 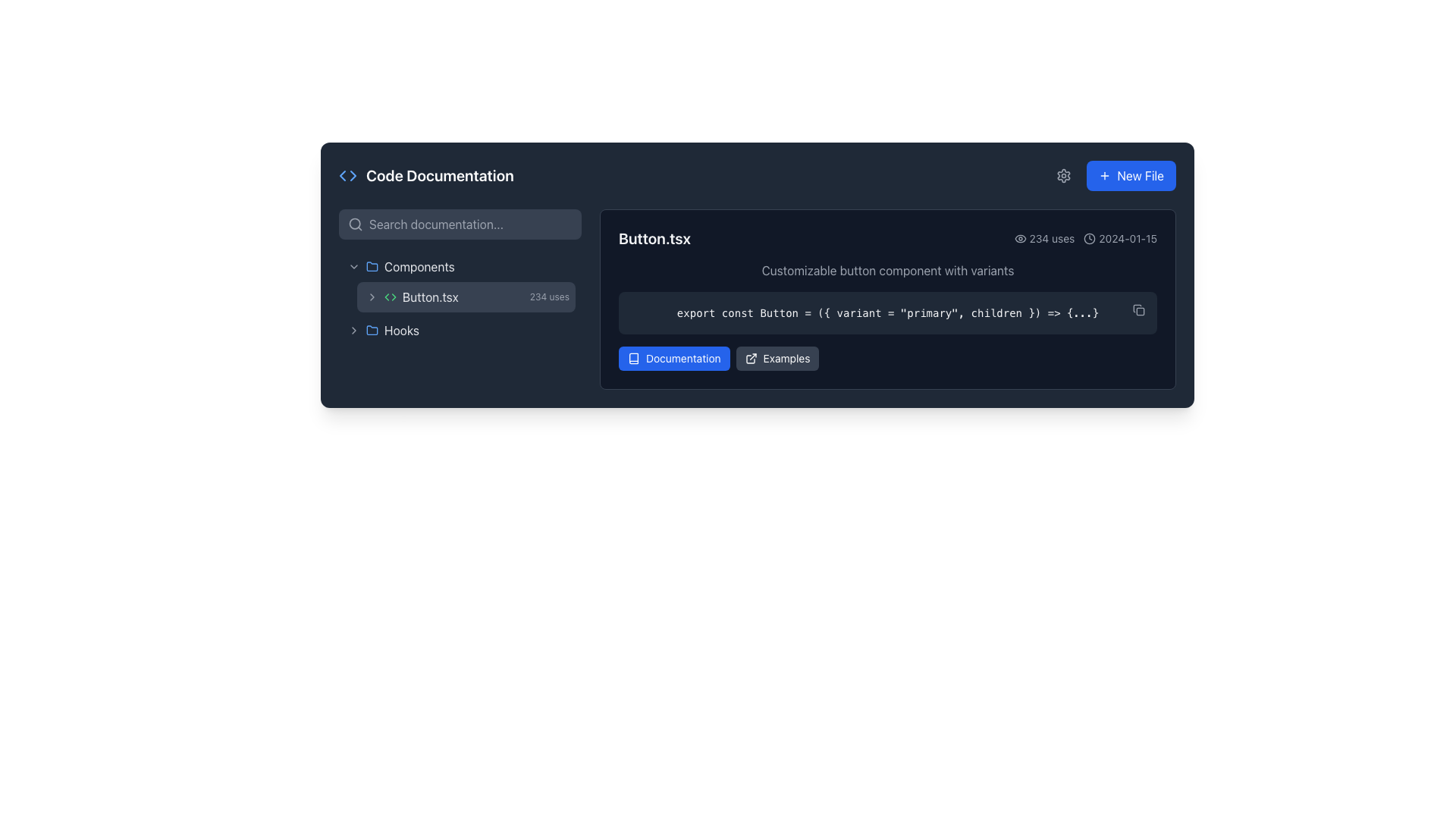 What do you see at coordinates (673, 359) in the screenshot?
I see `the 'Documentation' button located at the bottom-left of the main content card` at bounding box center [673, 359].